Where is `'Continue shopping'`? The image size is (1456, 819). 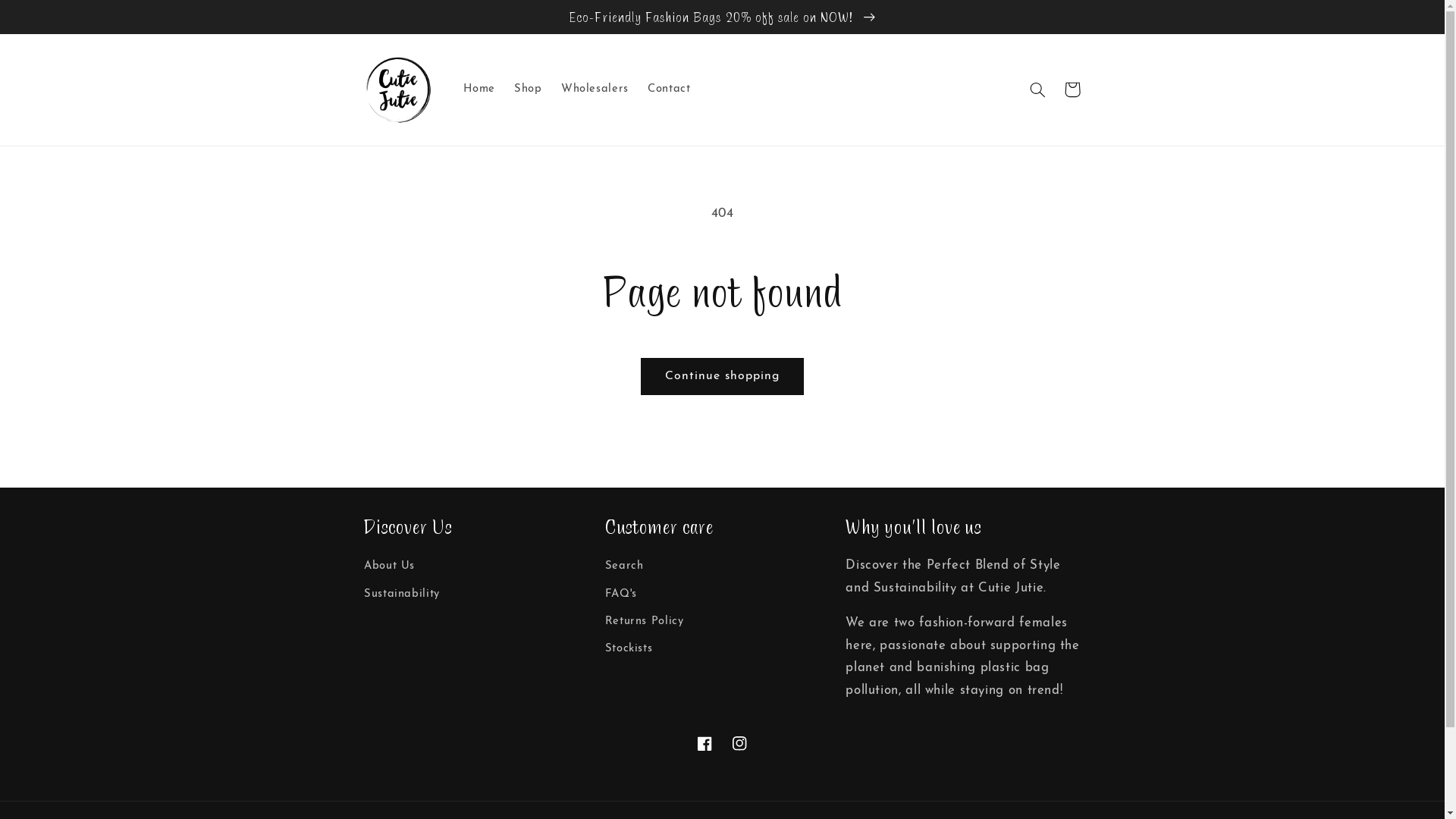
'Continue shopping' is located at coordinates (721, 375).